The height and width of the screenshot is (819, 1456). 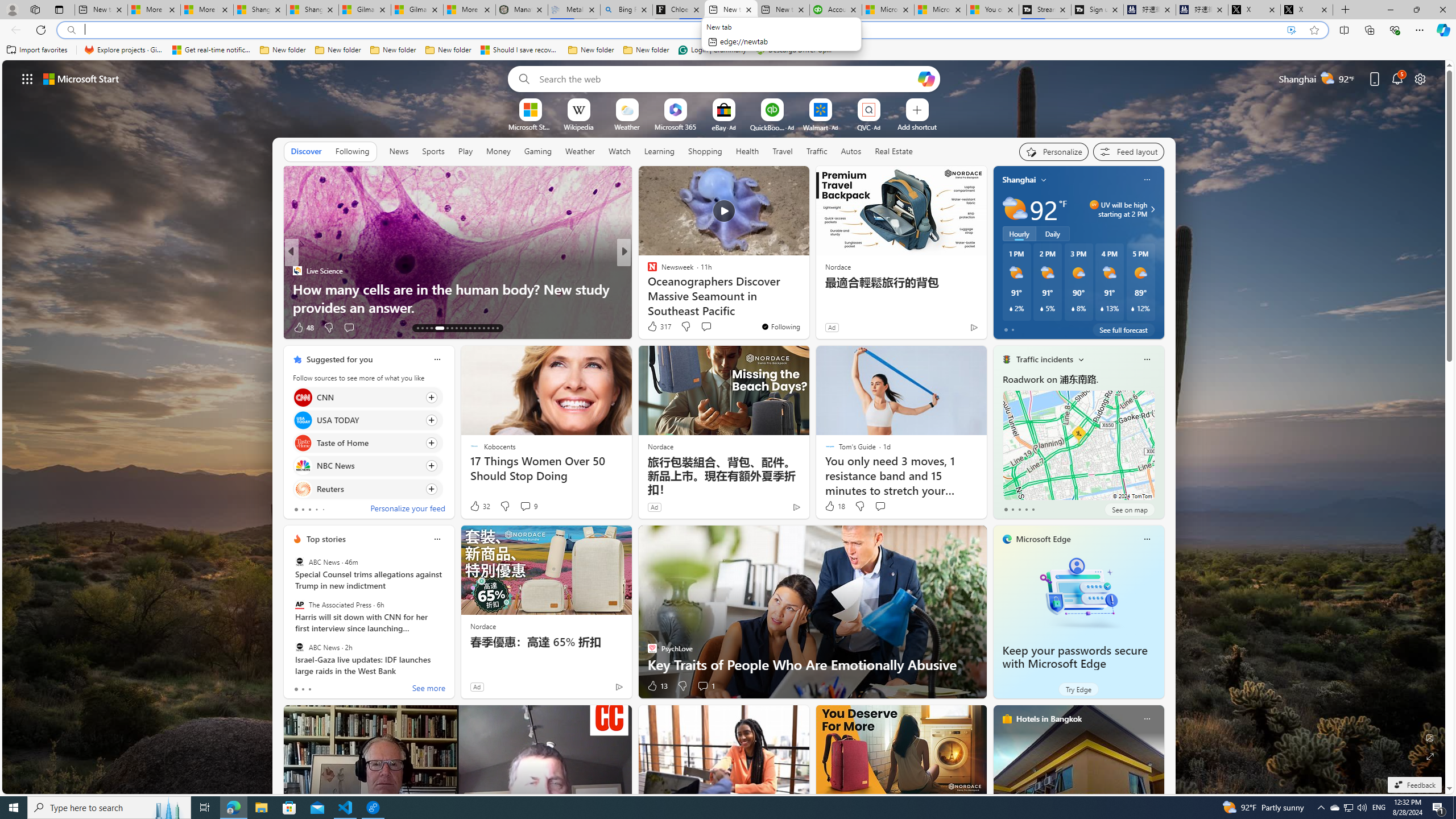 I want to click on 'Manatee Mortality Statistics | FWC', so click(x=522, y=9).